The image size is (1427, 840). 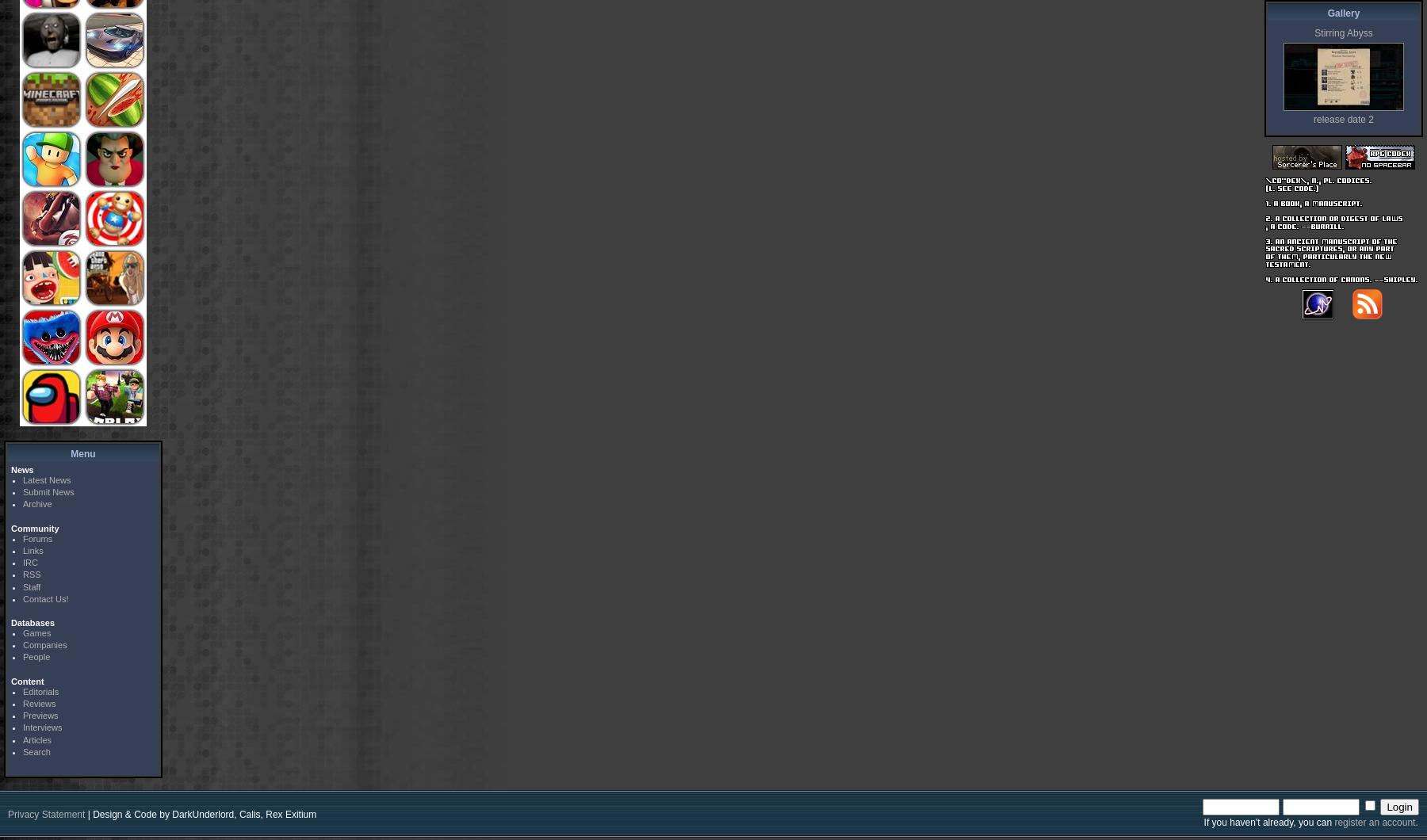 What do you see at coordinates (1343, 119) in the screenshot?
I see `'release date 2'` at bounding box center [1343, 119].